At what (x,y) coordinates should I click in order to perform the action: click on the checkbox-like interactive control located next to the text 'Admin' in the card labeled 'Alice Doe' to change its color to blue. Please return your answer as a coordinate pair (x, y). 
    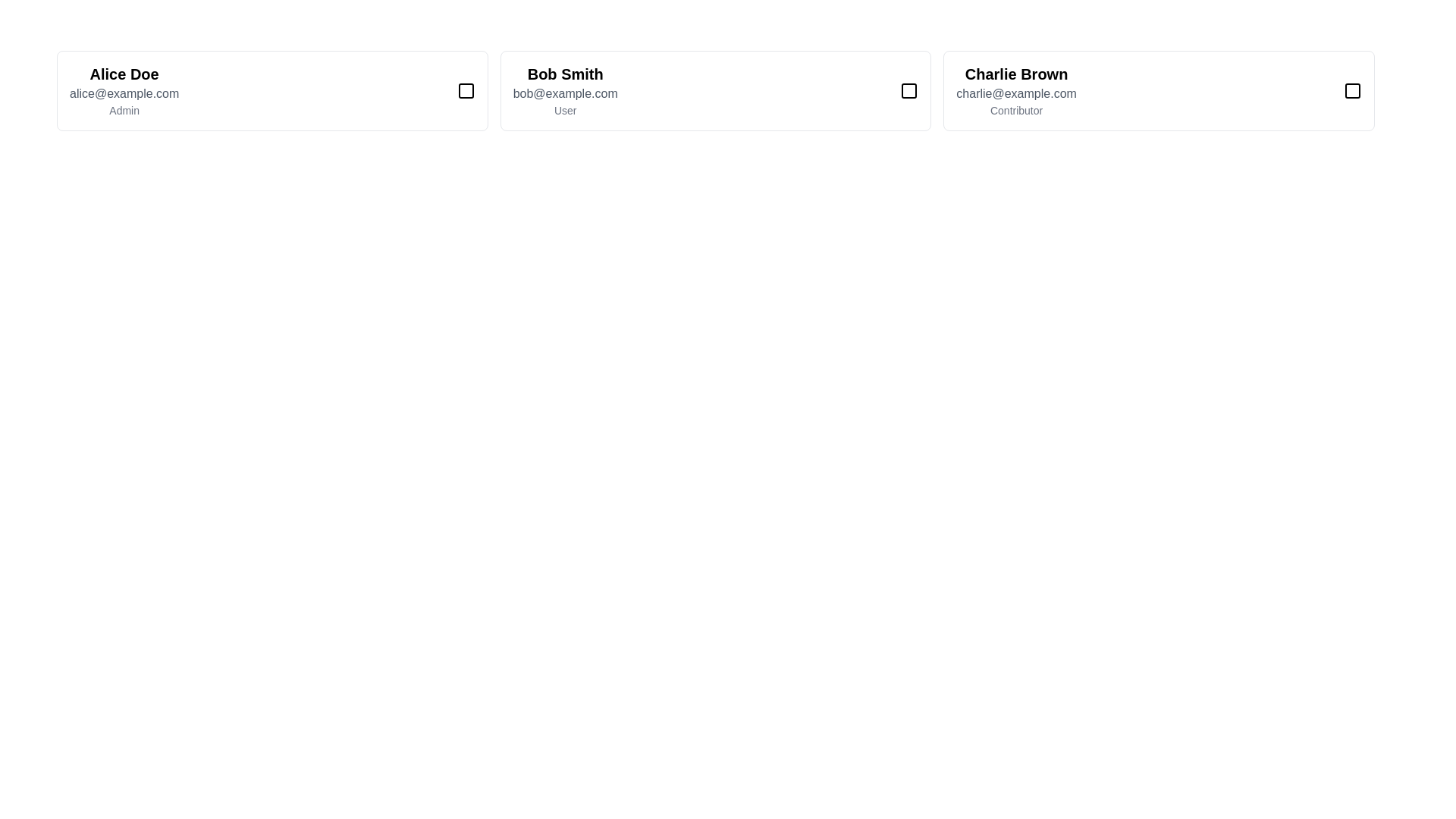
    Looking at the image, I should click on (465, 90).